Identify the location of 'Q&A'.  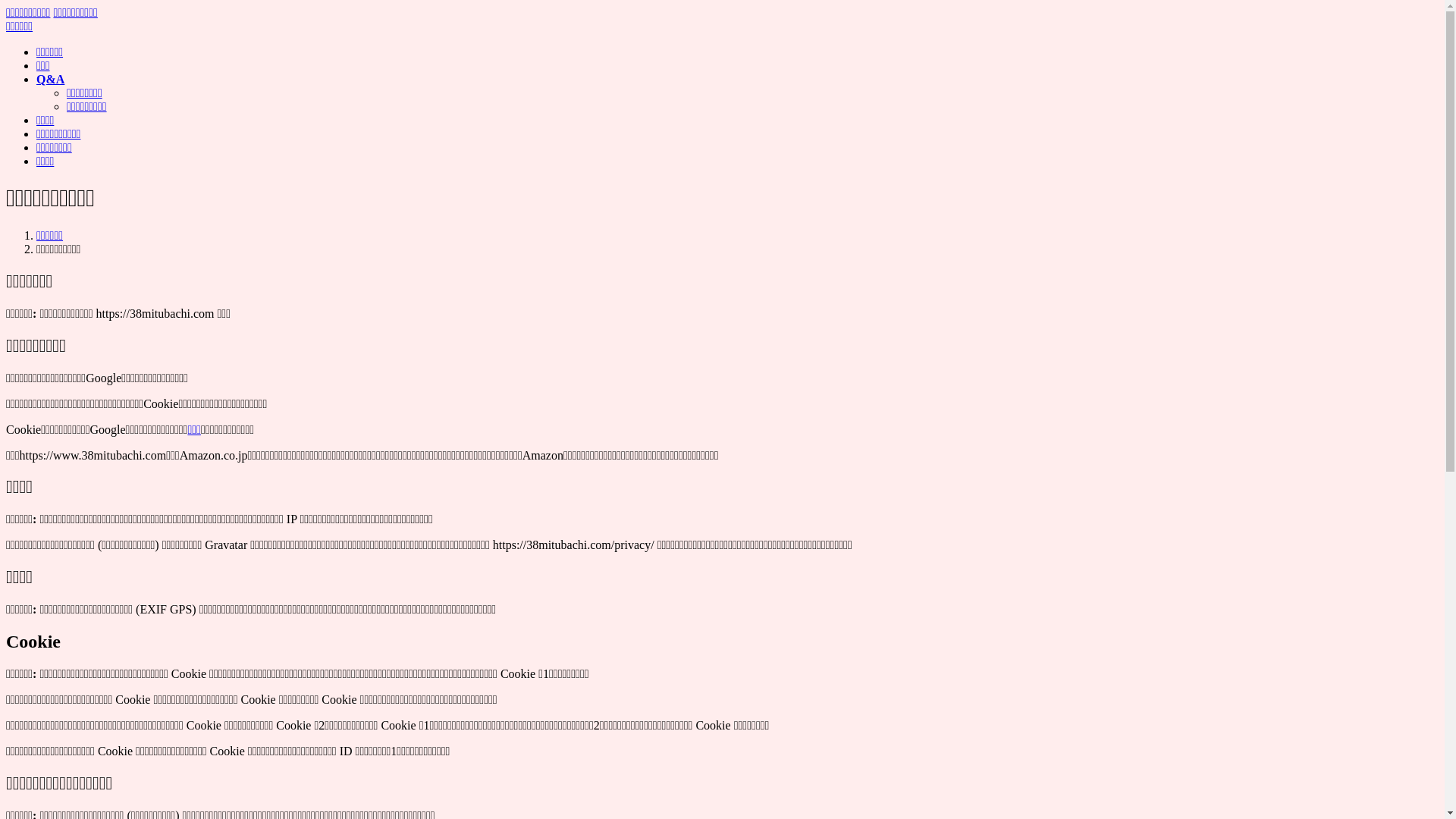
(50, 79).